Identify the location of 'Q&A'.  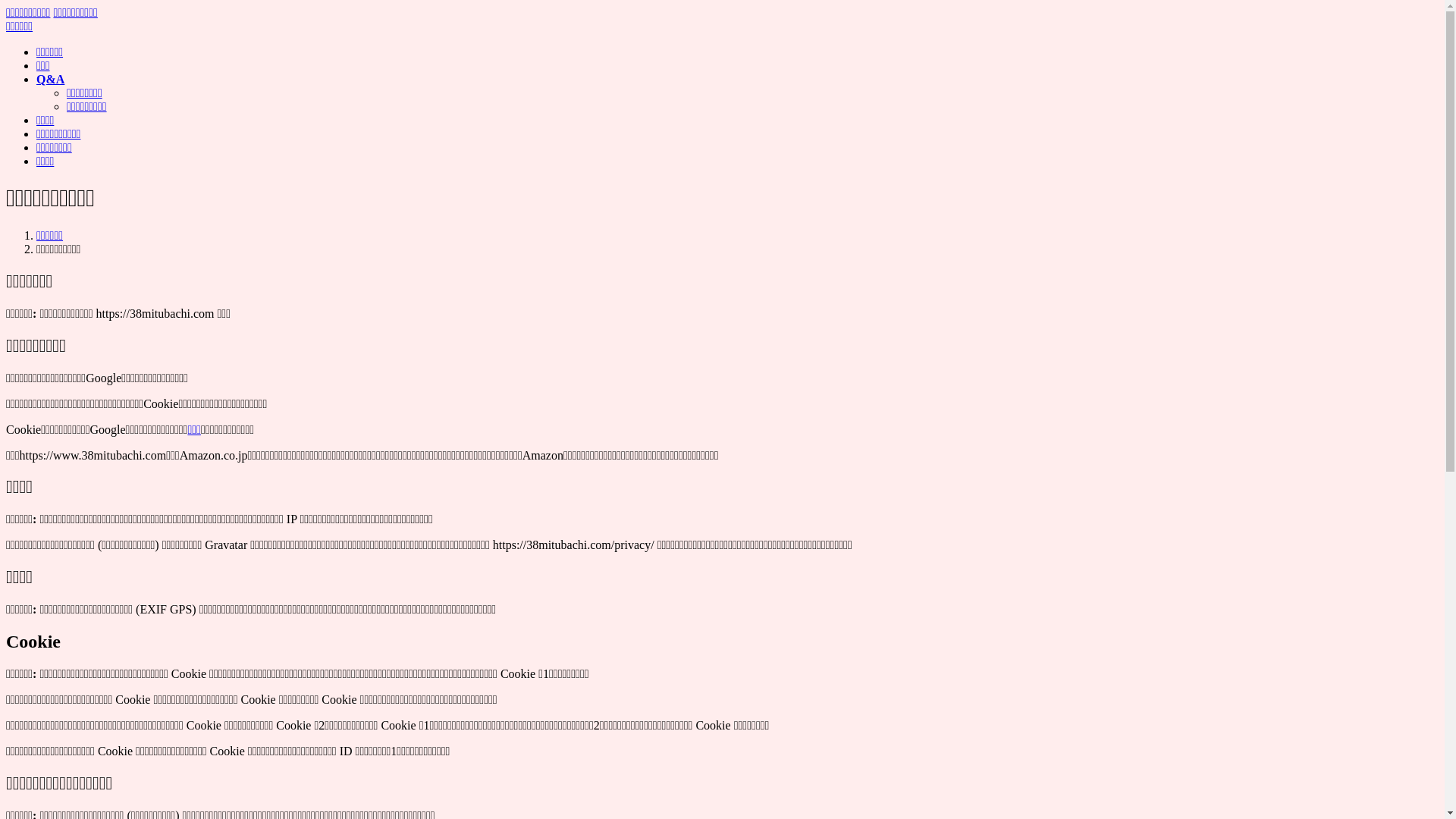
(50, 79).